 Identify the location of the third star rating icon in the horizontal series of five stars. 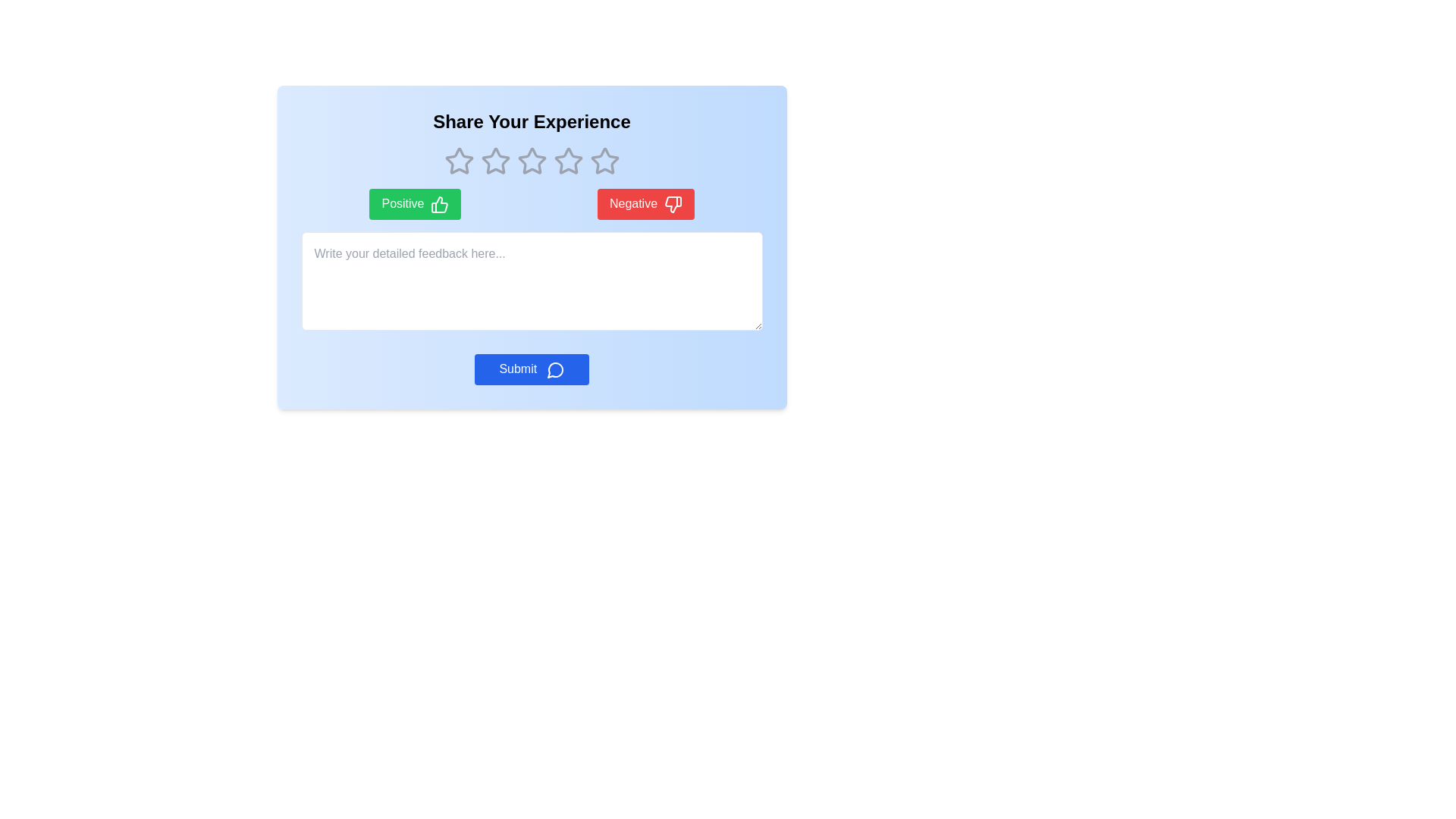
(567, 161).